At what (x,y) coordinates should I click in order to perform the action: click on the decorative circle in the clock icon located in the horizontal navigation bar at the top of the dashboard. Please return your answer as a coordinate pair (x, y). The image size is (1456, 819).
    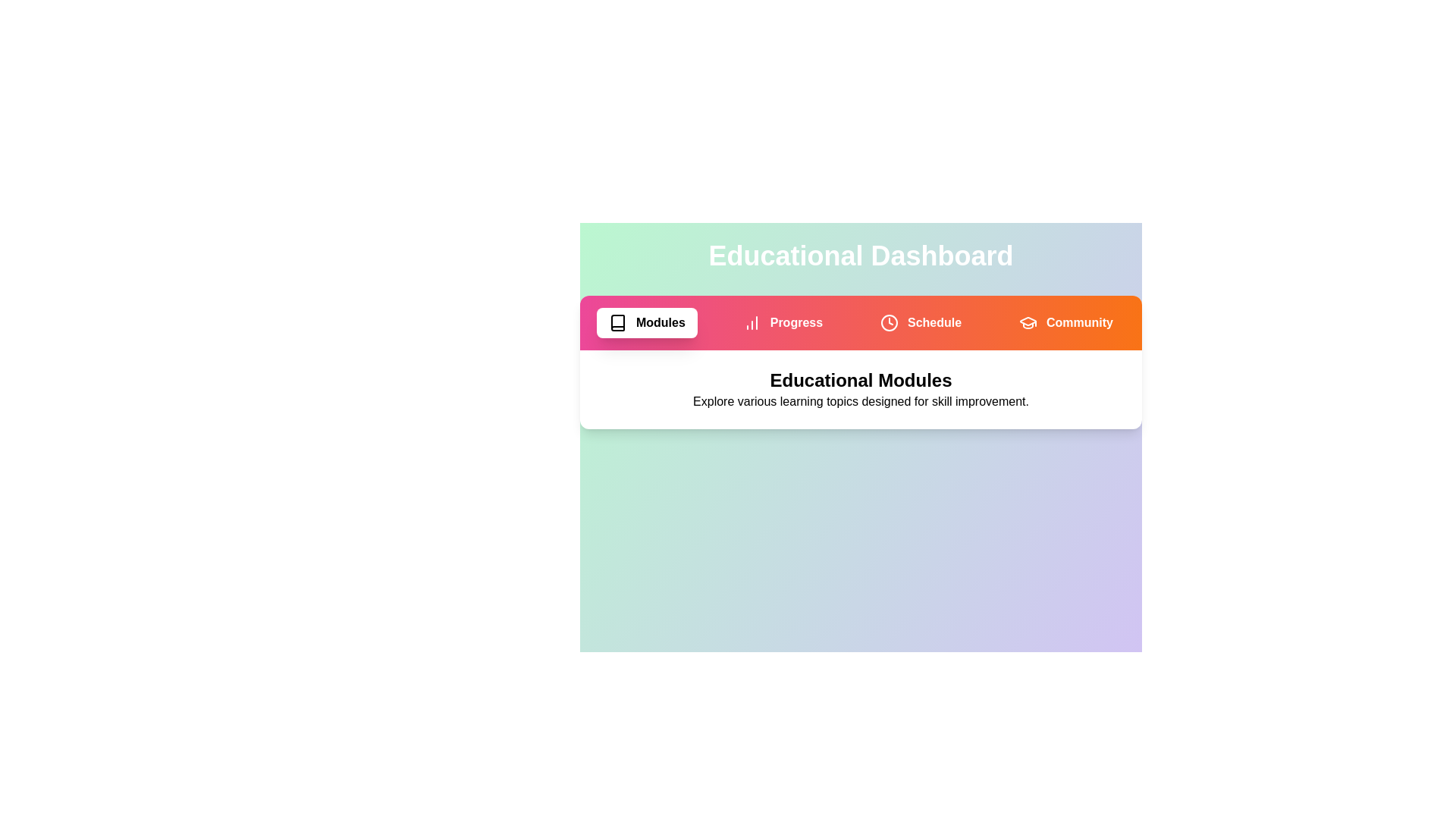
    Looking at the image, I should click on (889, 322).